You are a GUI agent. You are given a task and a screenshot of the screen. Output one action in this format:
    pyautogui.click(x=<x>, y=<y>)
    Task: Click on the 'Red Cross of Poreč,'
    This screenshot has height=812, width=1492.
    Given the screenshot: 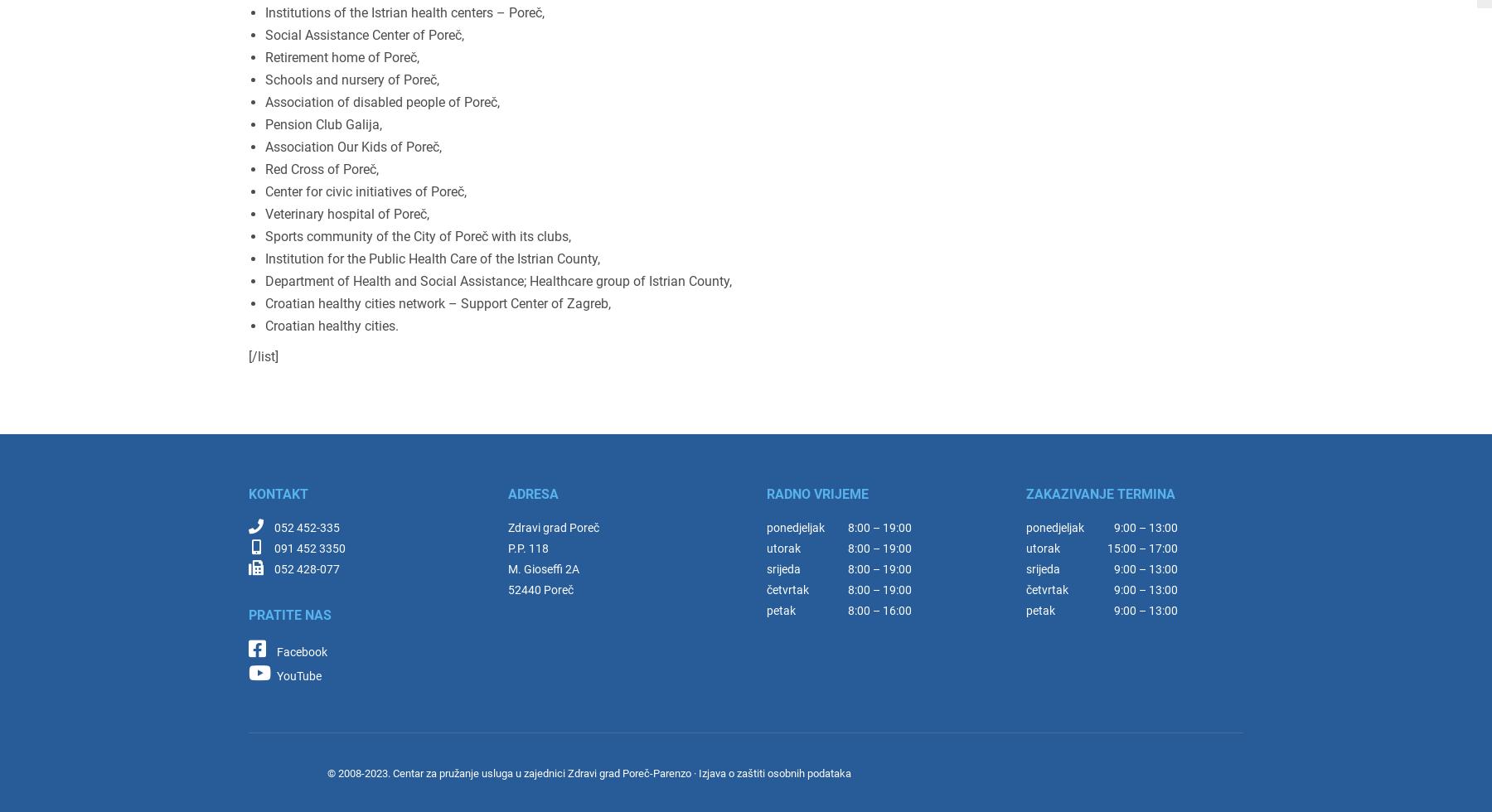 What is the action you would take?
    pyautogui.click(x=322, y=169)
    